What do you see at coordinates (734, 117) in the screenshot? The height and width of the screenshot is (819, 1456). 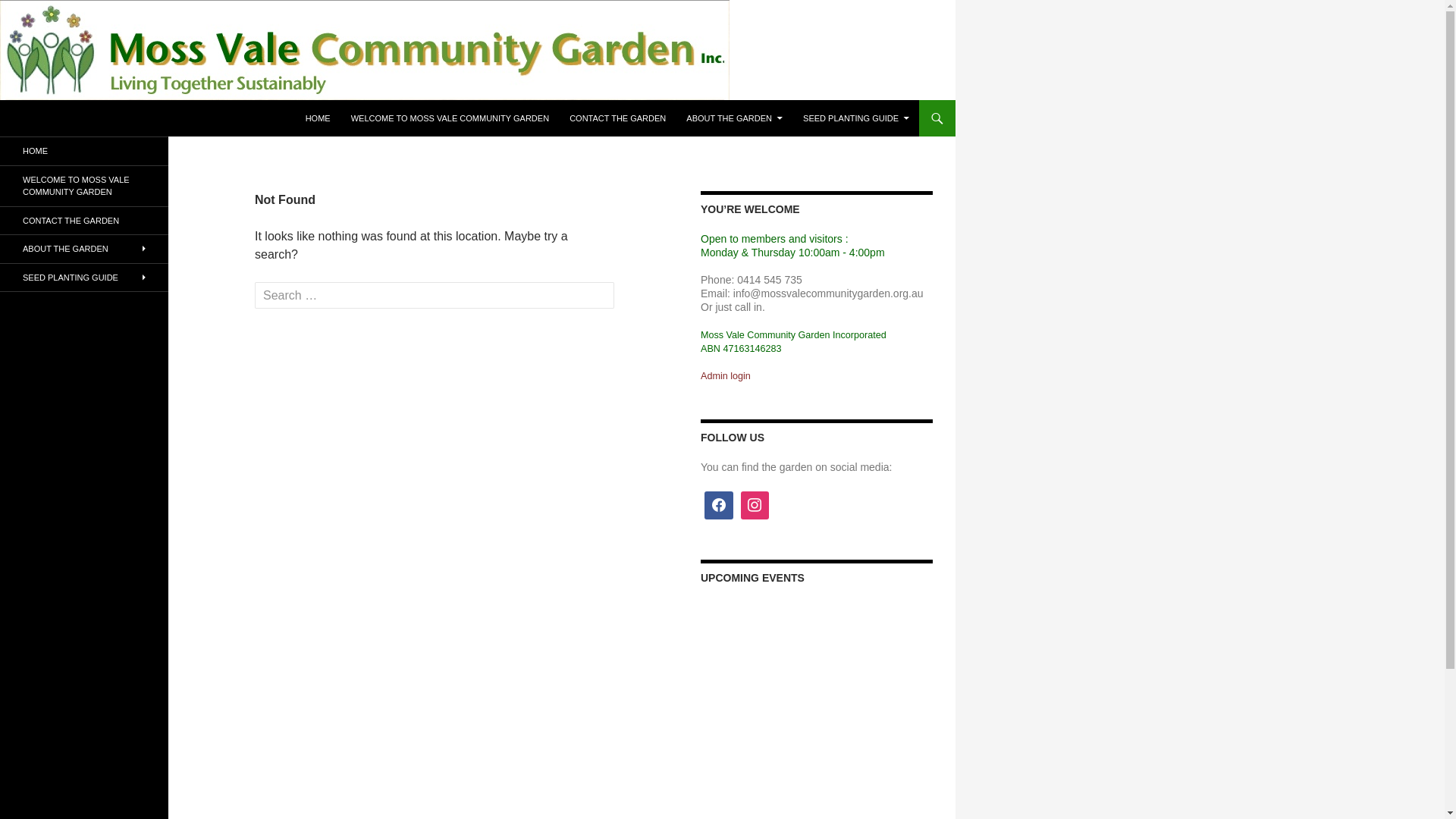 I see `'ABOUT THE GARDEN'` at bounding box center [734, 117].